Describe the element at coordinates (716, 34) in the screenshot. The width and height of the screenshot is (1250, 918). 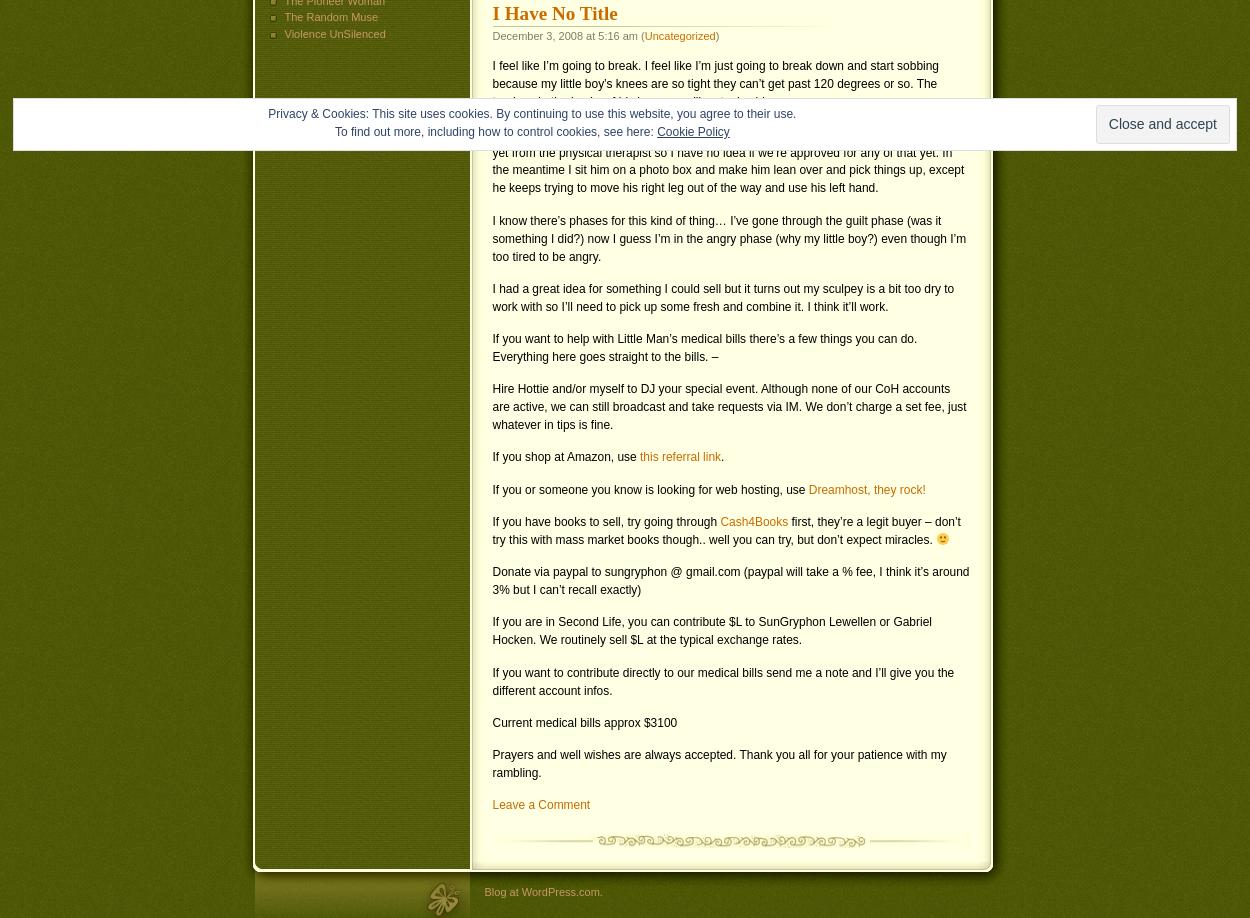
I see `')'` at that location.